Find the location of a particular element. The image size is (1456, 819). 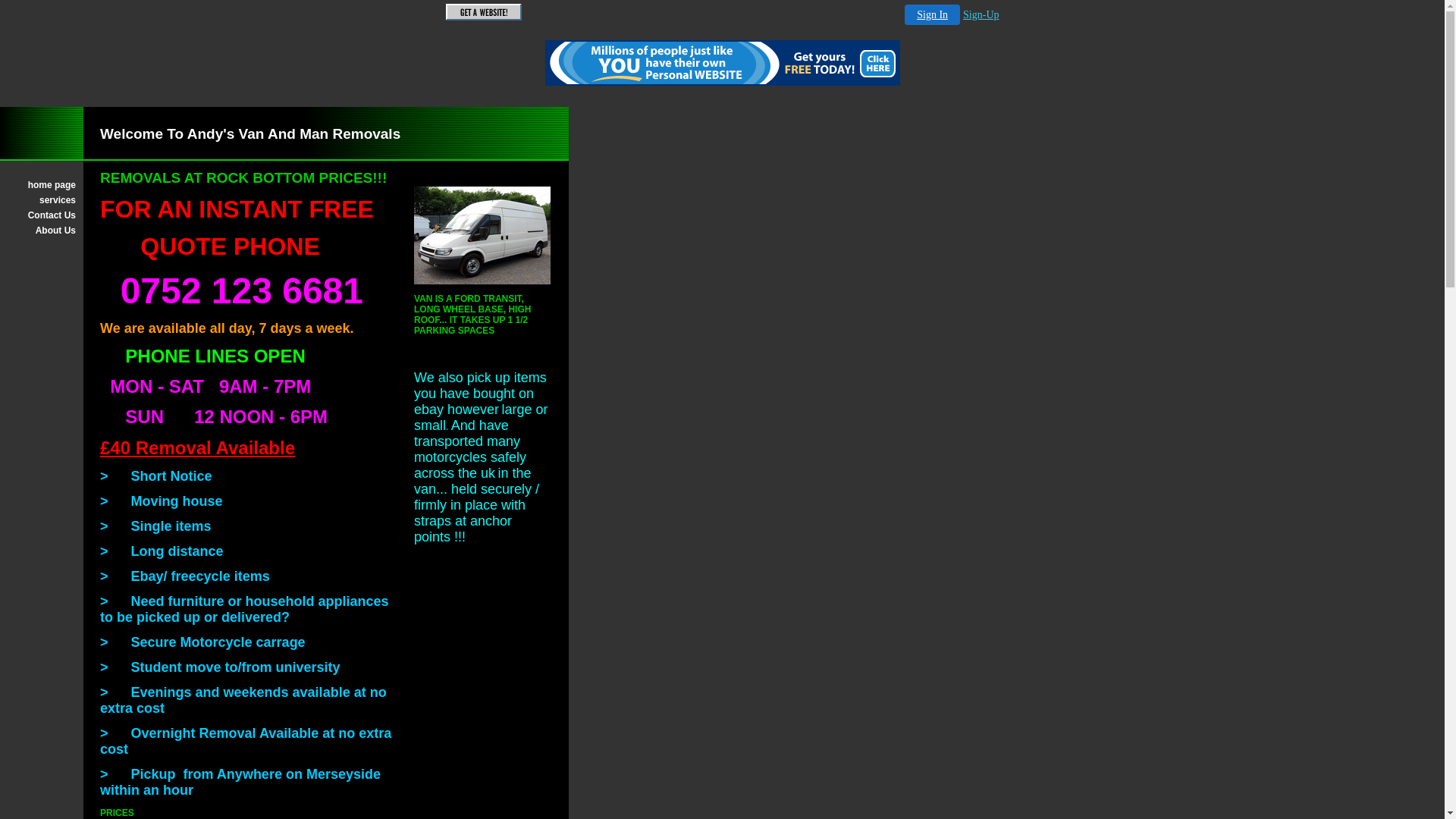

'Sign In' is located at coordinates (905, 14).